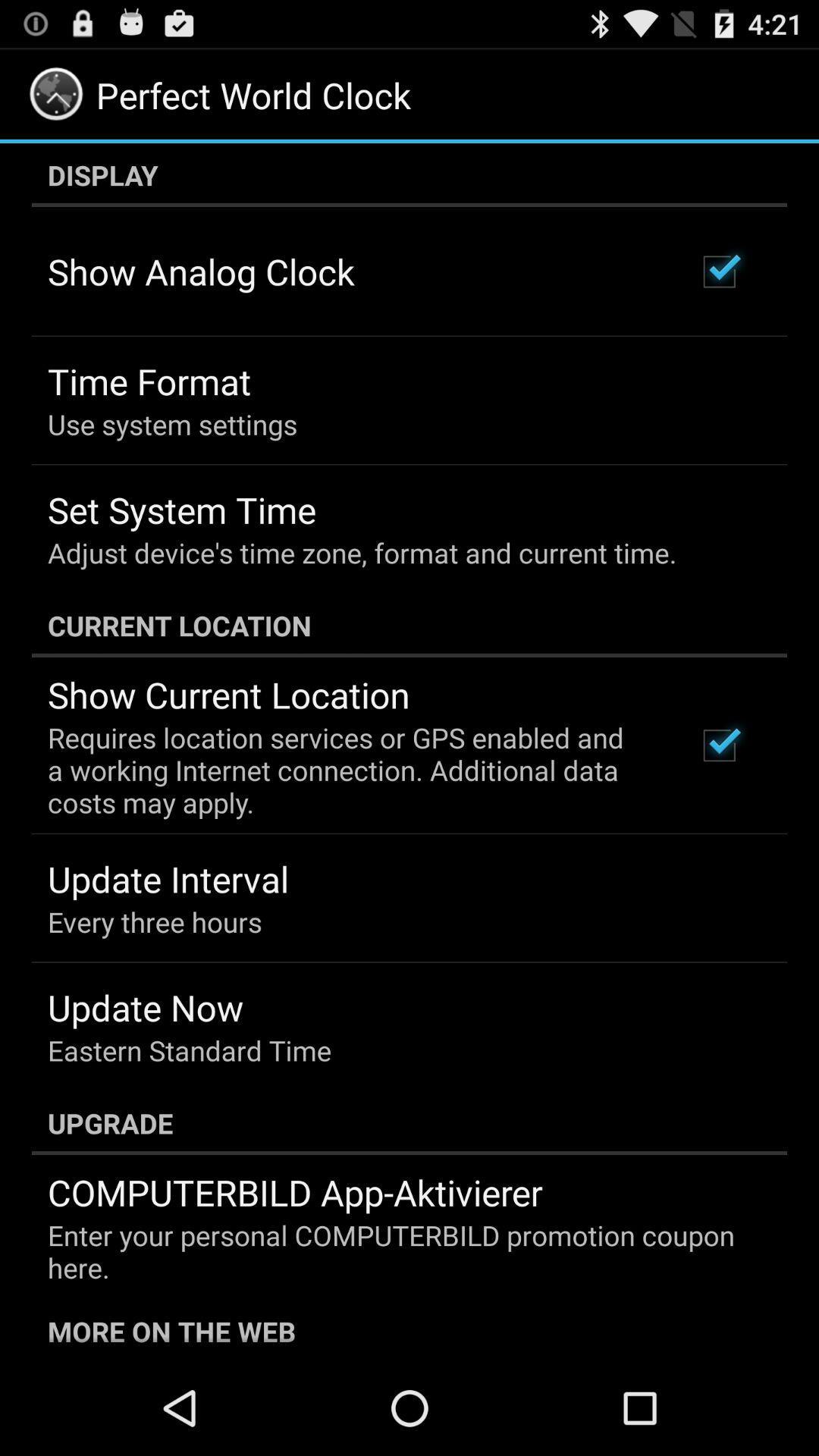  Describe the element at coordinates (171, 424) in the screenshot. I see `the use system settings item` at that location.